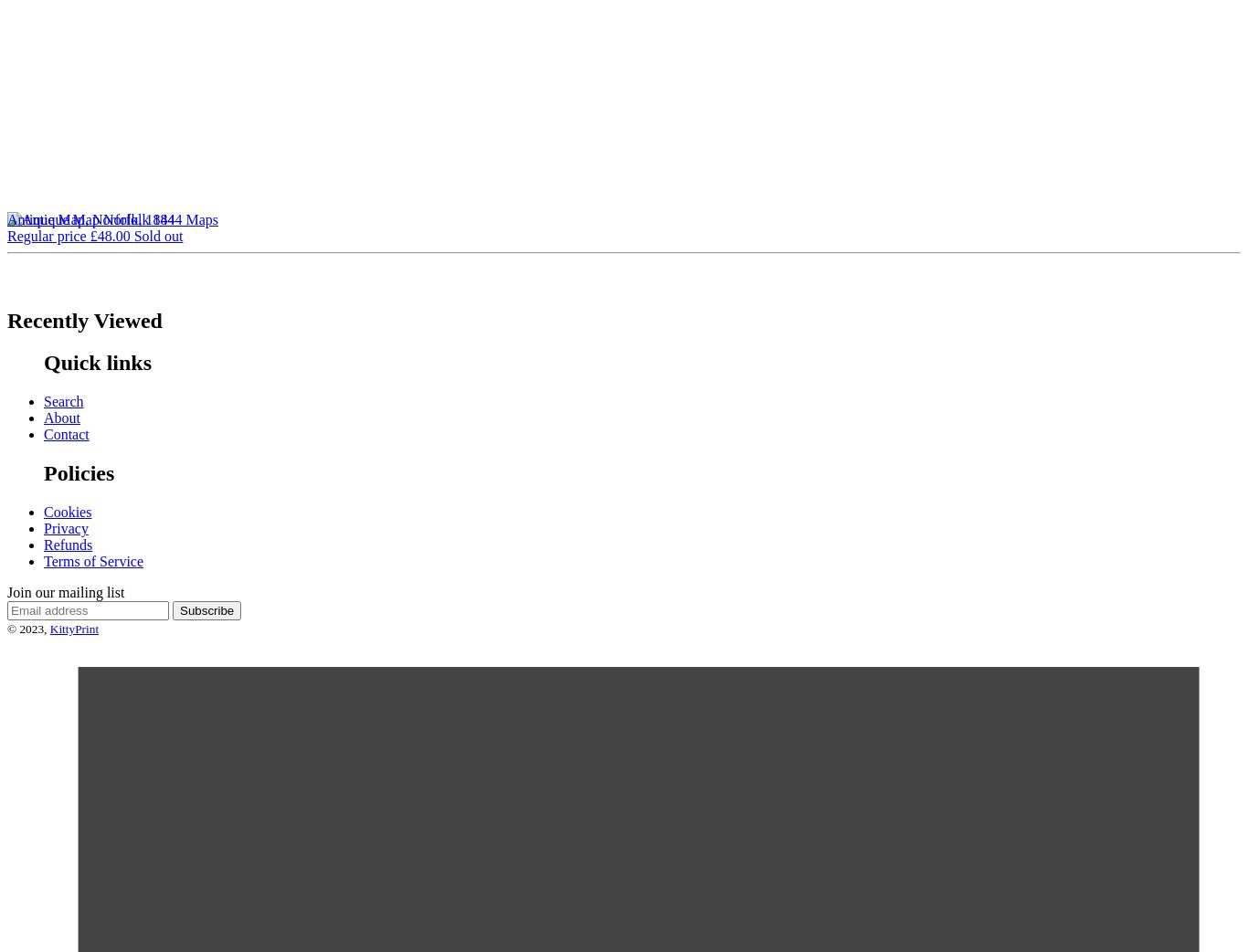 The image size is (1248, 952). What do you see at coordinates (65, 592) in the screenshot?
I see `'Join our mailing list'` at bounding box center [65, 592].